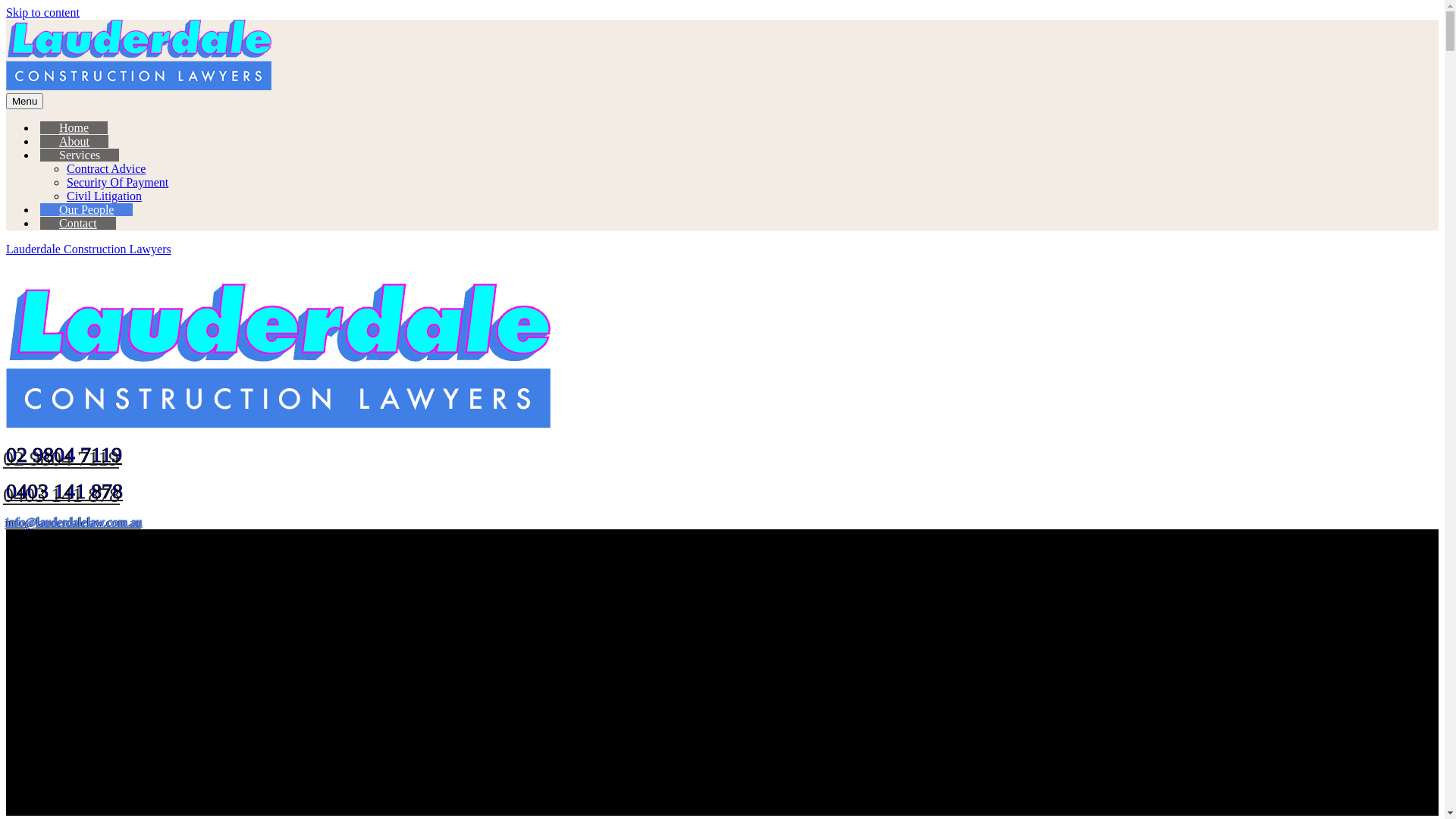  I want to click on 'Contact', so click(77, 223).